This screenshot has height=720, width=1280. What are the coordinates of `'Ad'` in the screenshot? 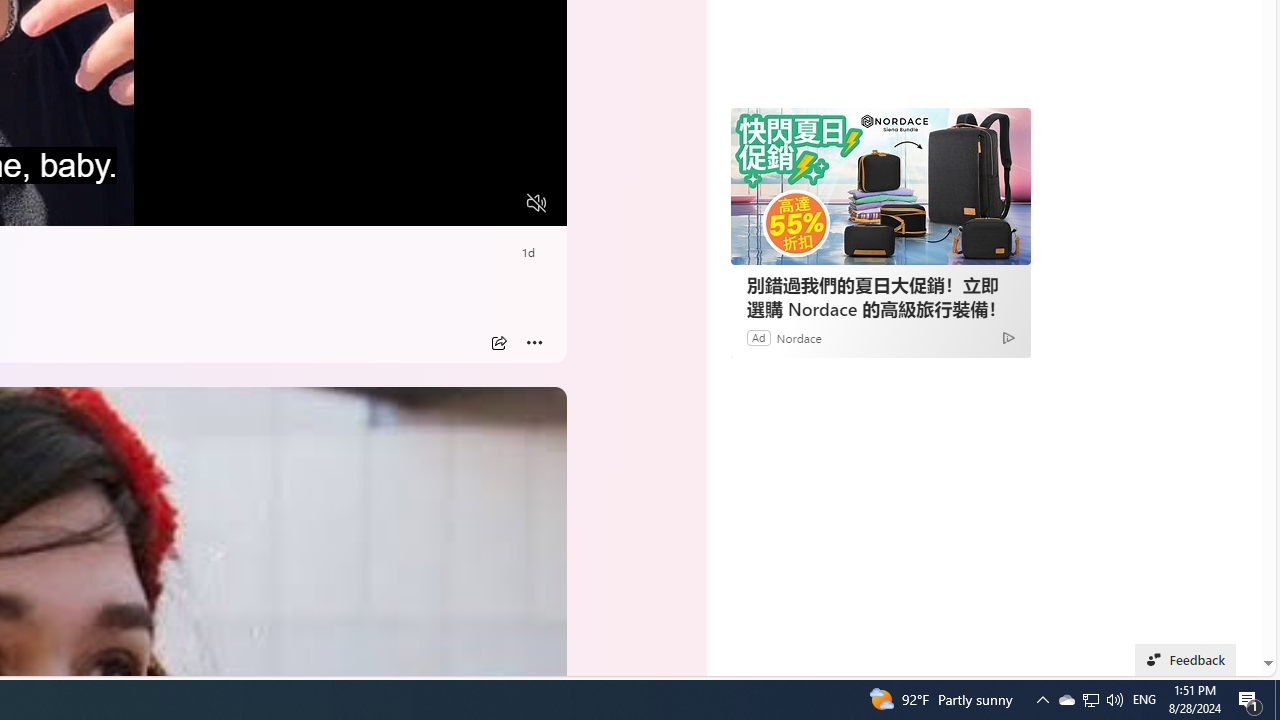 It's located at (757, 336).